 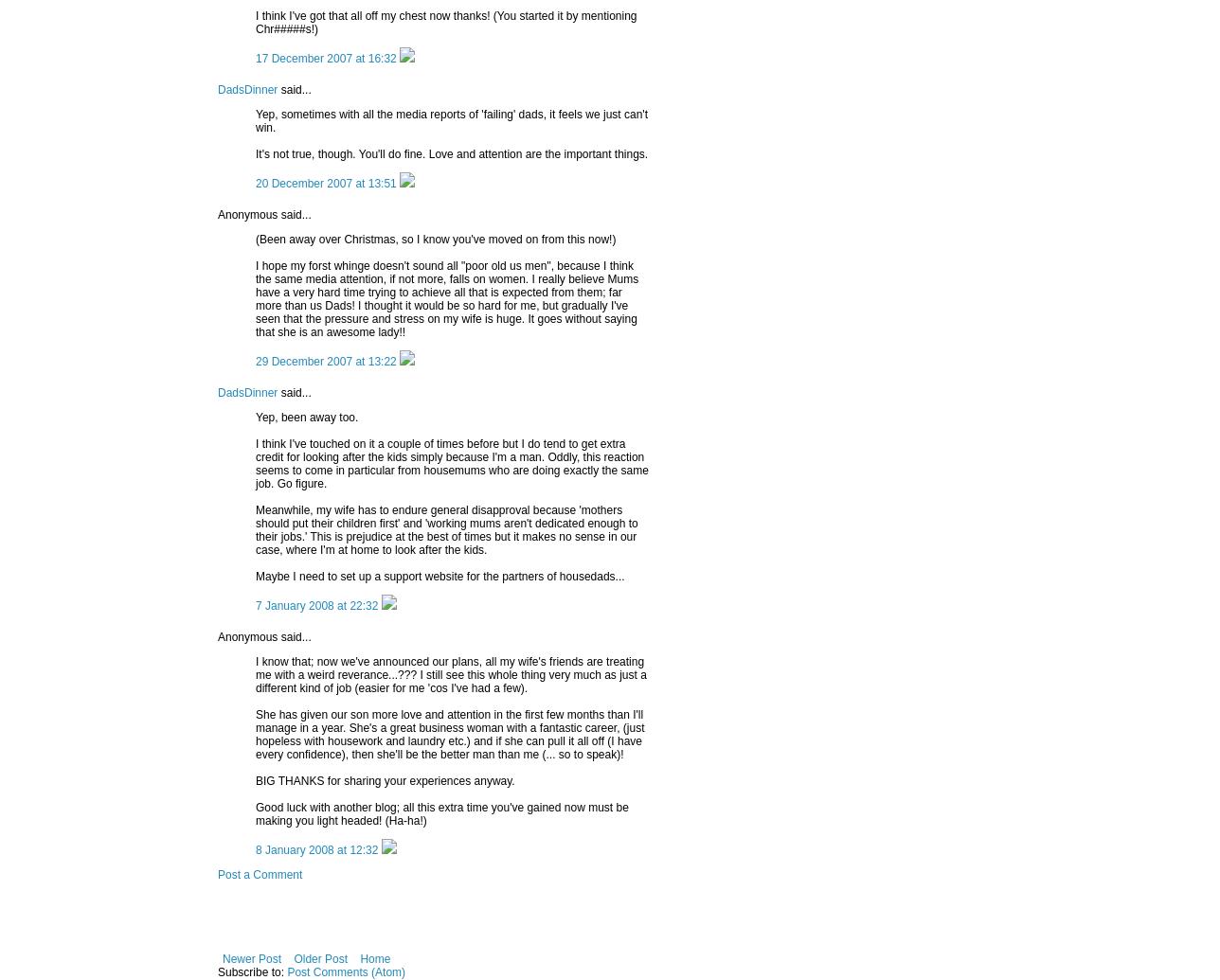 What do you see at coordinates (385, 778) in the screenshot?
I see `'BIG THANKS for sharing your experiences anyway.'` at bounding box center [385, 778].